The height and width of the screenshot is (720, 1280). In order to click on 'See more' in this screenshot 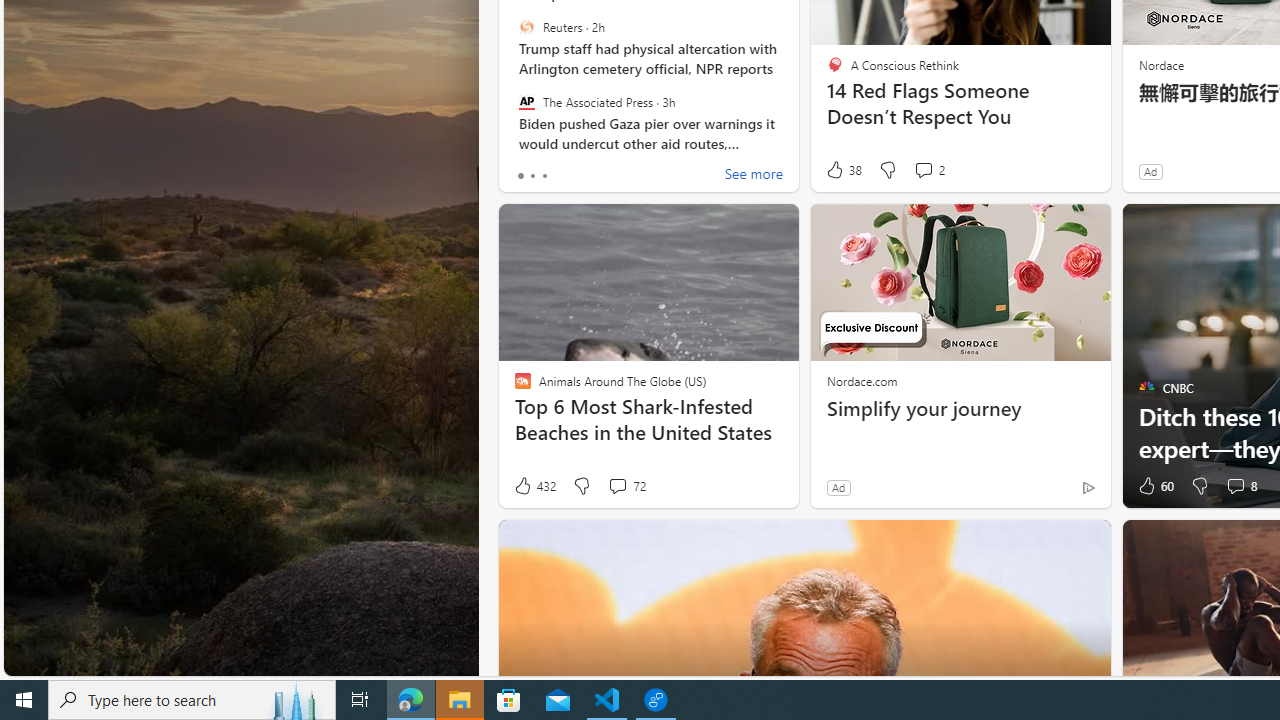, I will do `click(752, 175)`.